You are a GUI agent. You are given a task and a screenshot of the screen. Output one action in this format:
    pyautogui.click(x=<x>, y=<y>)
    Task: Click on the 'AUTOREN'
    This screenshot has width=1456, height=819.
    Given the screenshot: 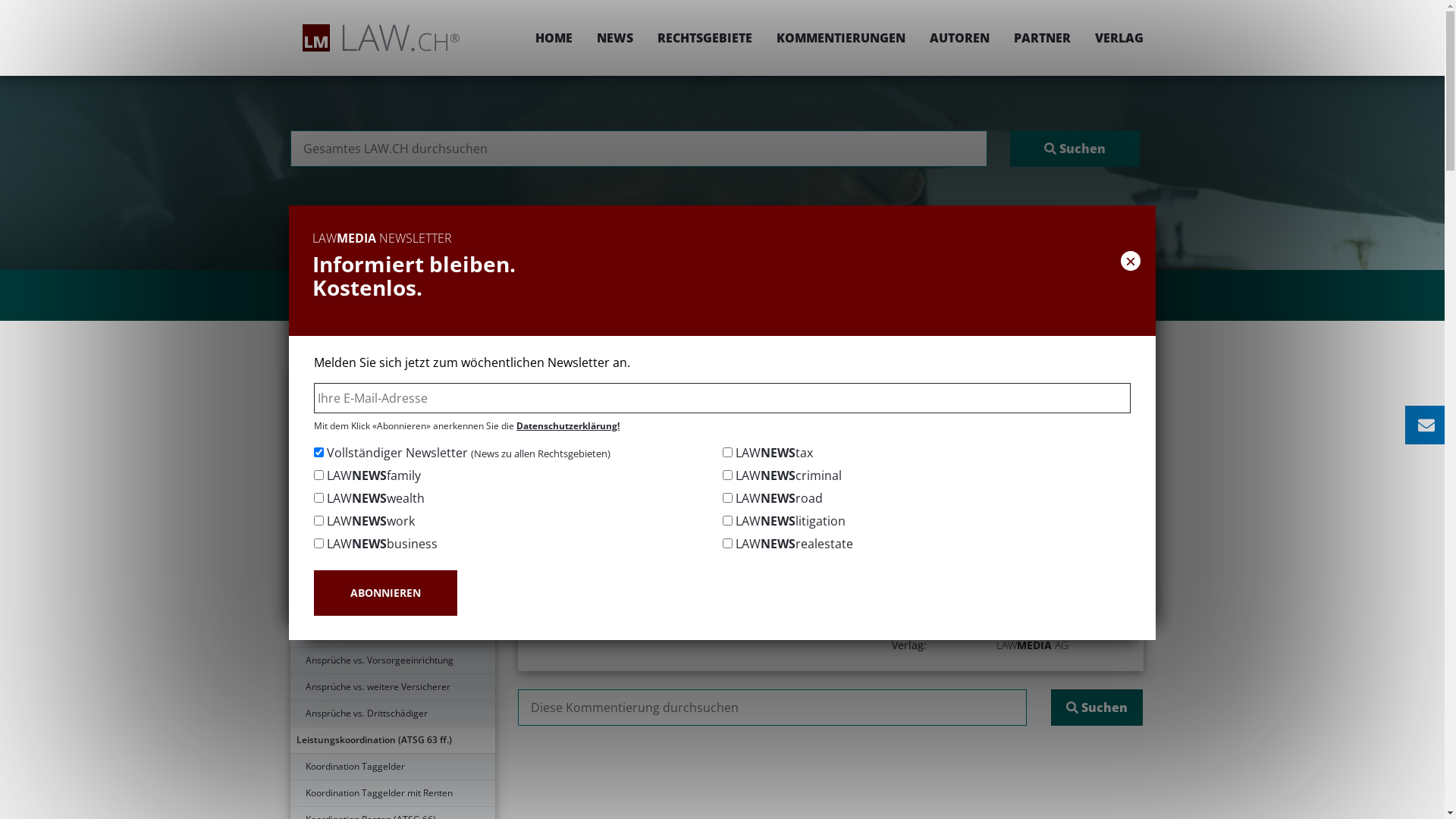 What is the action you would take?
    pyautogui.click(x=959, y=37)
    